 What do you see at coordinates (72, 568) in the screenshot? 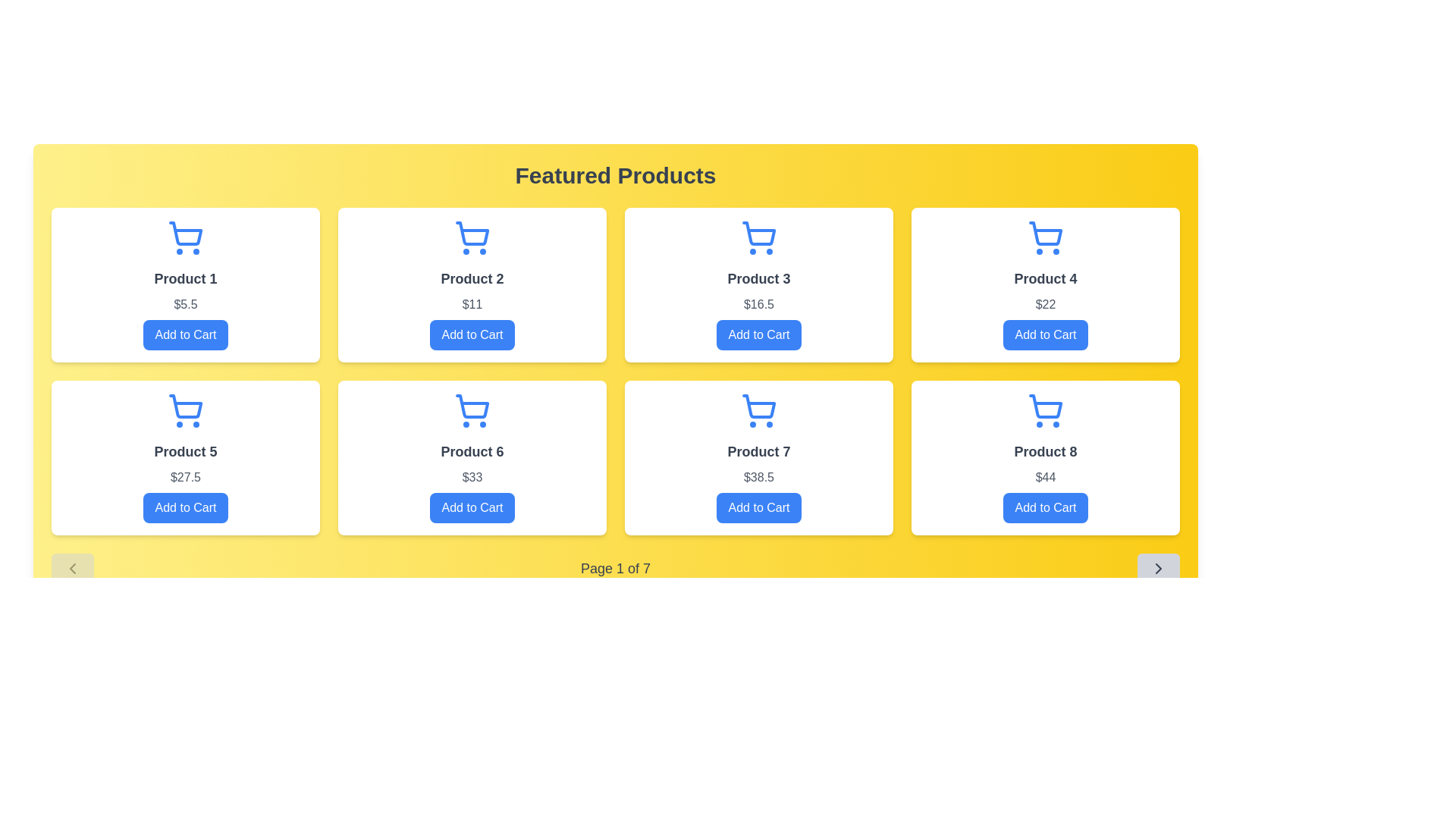
I see `the small rectangular button with a light gray background and a leftward chevron icon` at bounding box center [72, 568].